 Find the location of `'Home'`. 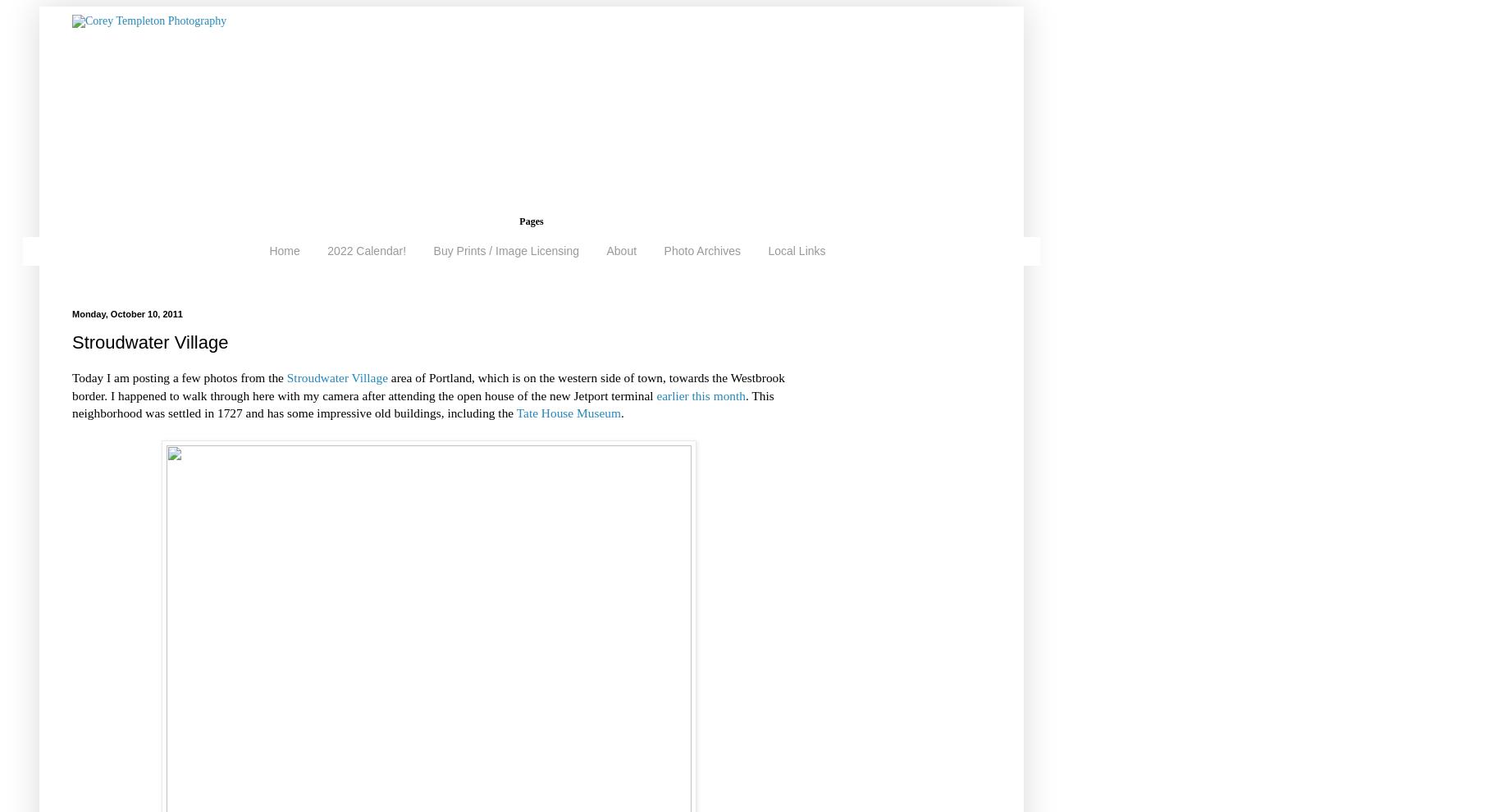

'Home' is located at coordinates (284, 250).